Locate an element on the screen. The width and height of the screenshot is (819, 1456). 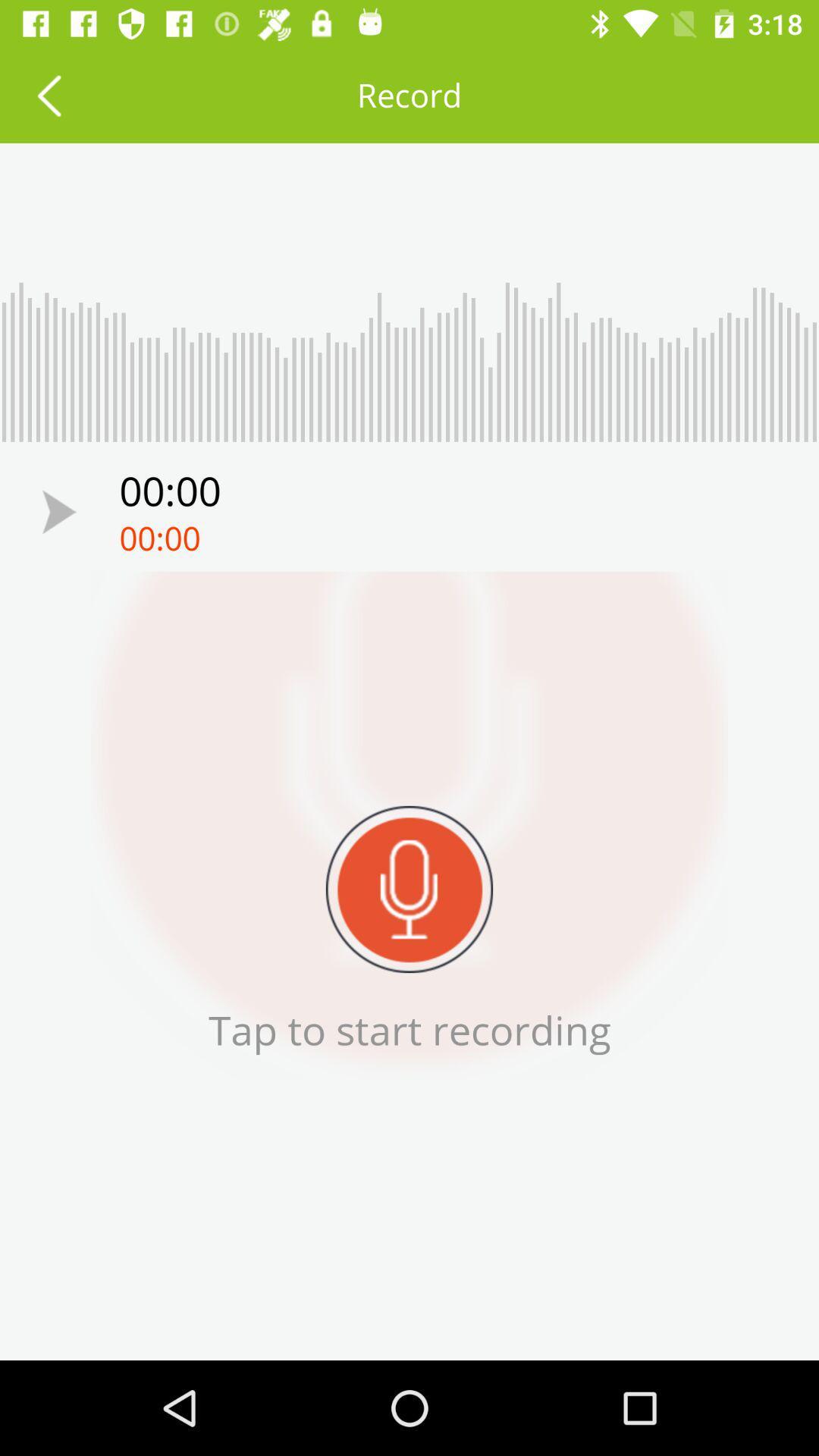
the item above tap to start item is located at coordinates (409, 889).